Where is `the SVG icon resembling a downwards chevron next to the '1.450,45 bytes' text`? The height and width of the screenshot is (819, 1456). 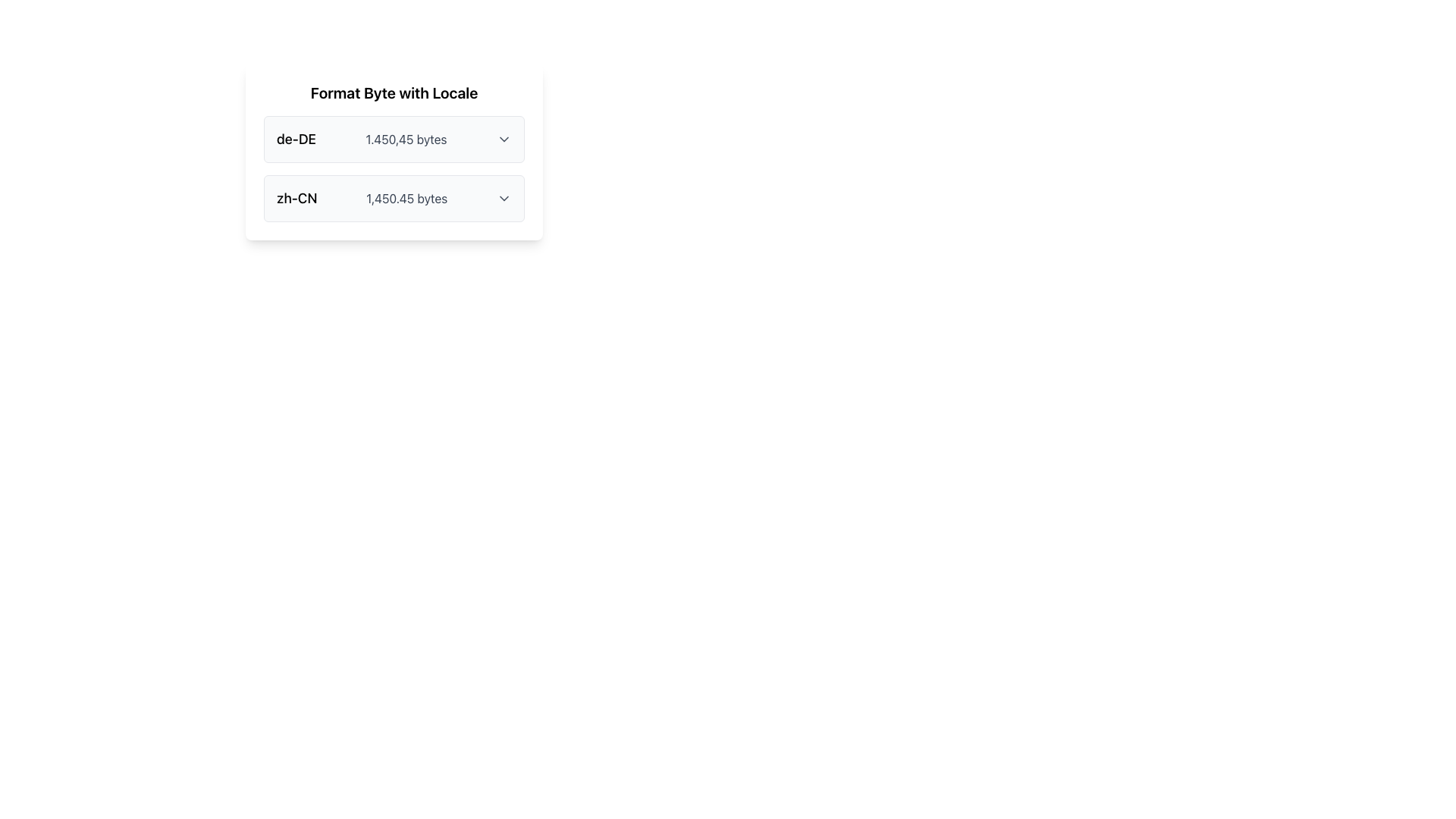 the SVG icon resembling a downwards chevron next to the '1.450,45 bytes' text is located at coordinates (504, 140).